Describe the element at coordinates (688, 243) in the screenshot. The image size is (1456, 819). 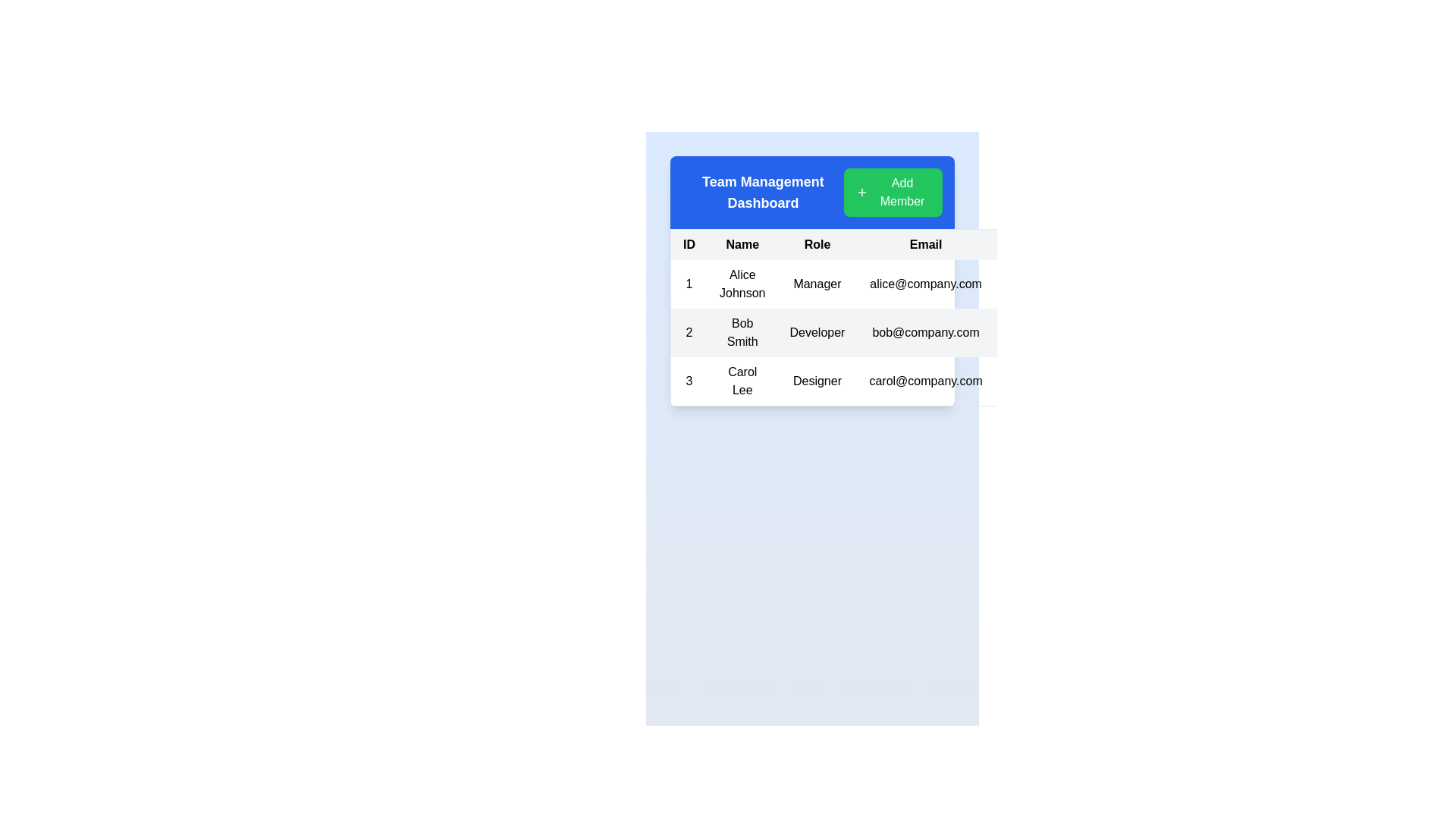
I see `the Table Header Cell displaying the label 'ID' in bold, sans-serif font, located in the top-left corner of the table` at that location.